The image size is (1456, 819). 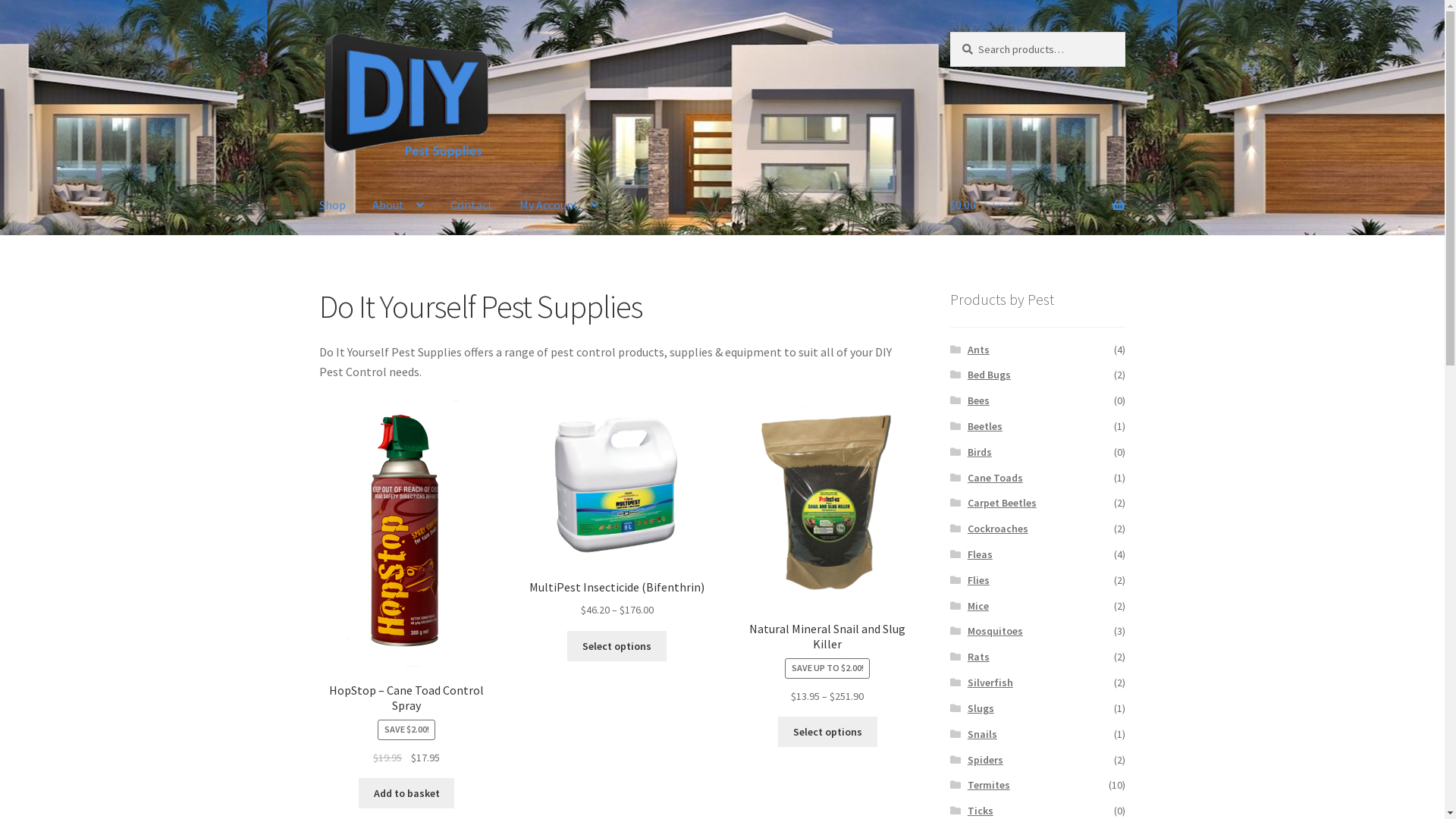 What do you see at coordinates (967, 400) in the screenshot?
I see `'Bees'` at bounding box center [967, 400].